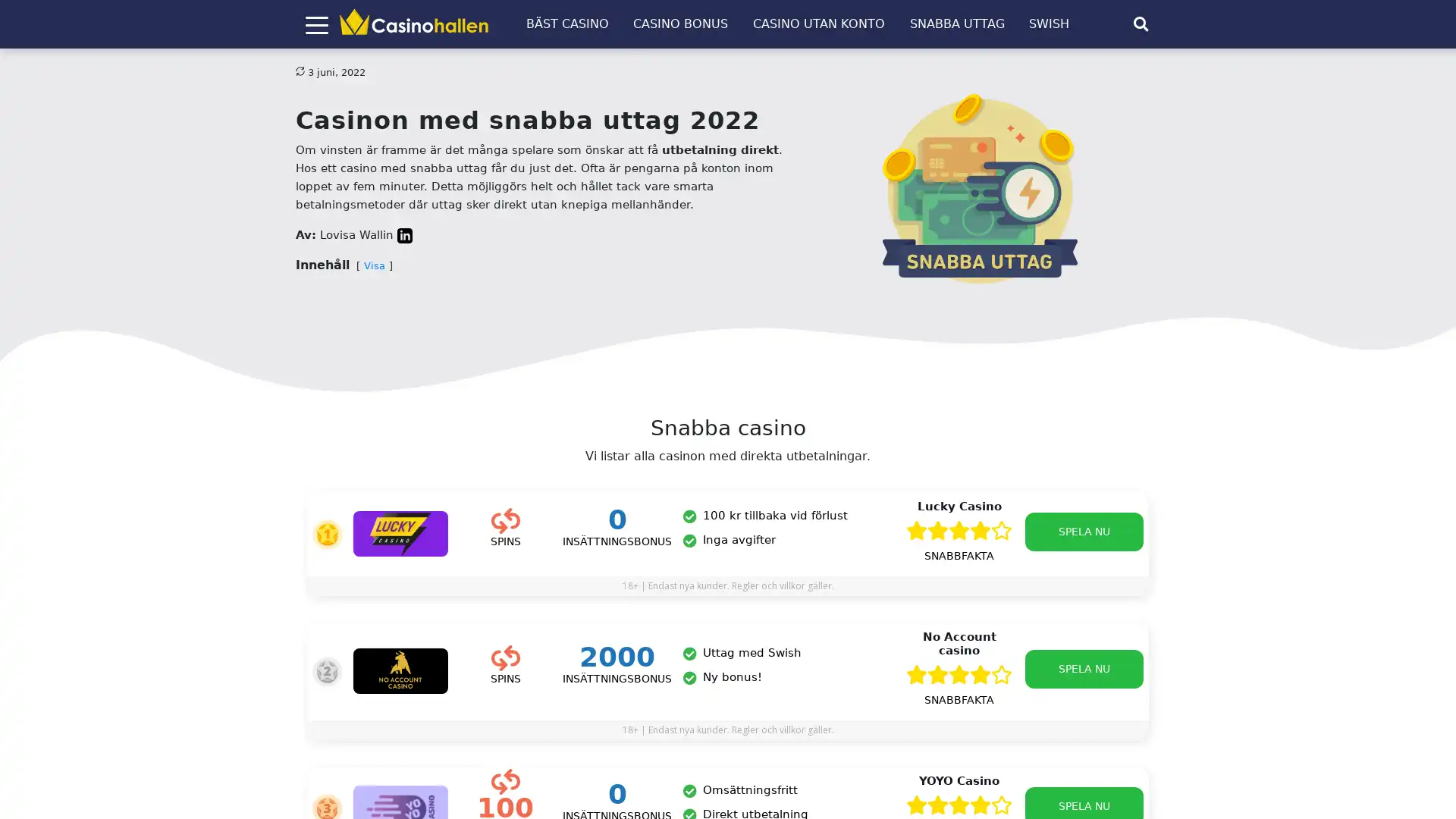 The image size is (1456, 819). What do you see at coordinates (1083, 668) in the screenshot?
I see `SPELA NU` at bounding box center [1083, 668].